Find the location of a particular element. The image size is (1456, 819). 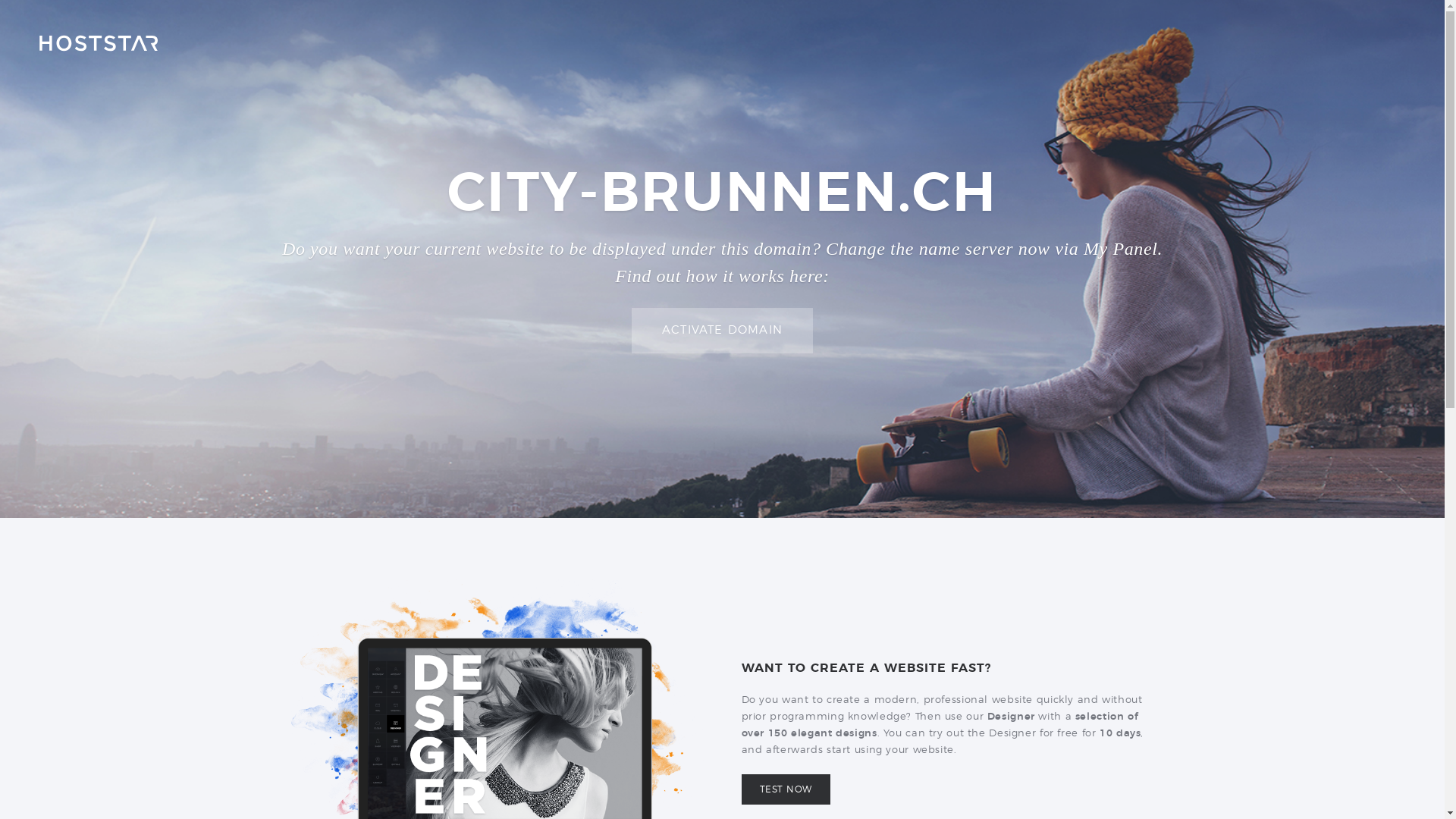

'TEST NOW' is located at coordinates (786, 789).